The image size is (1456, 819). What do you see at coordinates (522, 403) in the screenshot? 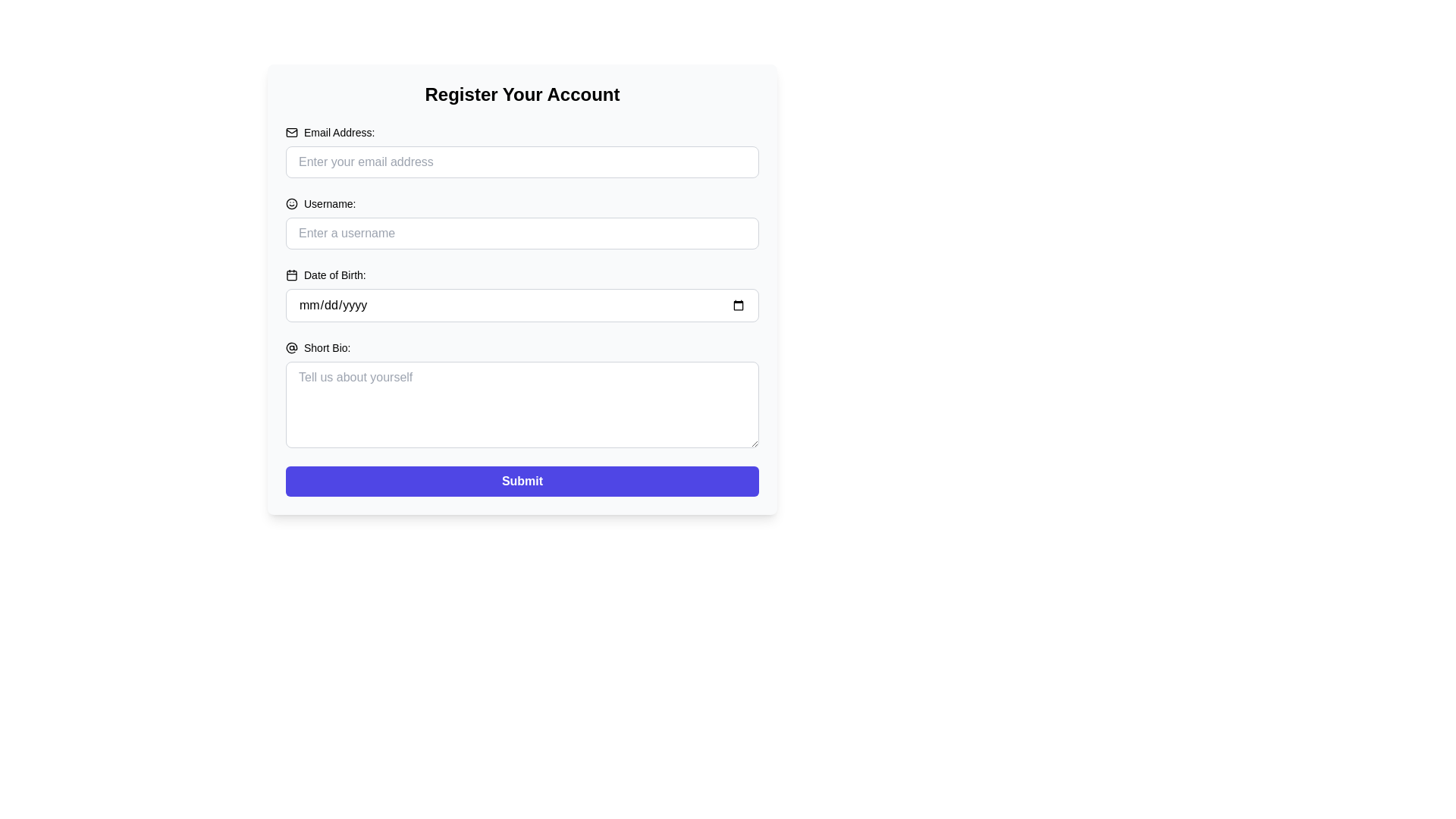
I see `the existing text in the multi-line text input box labeled 'Tell us about yourself' below the section 'Short Bio:'` at bounding box center [522, 403].